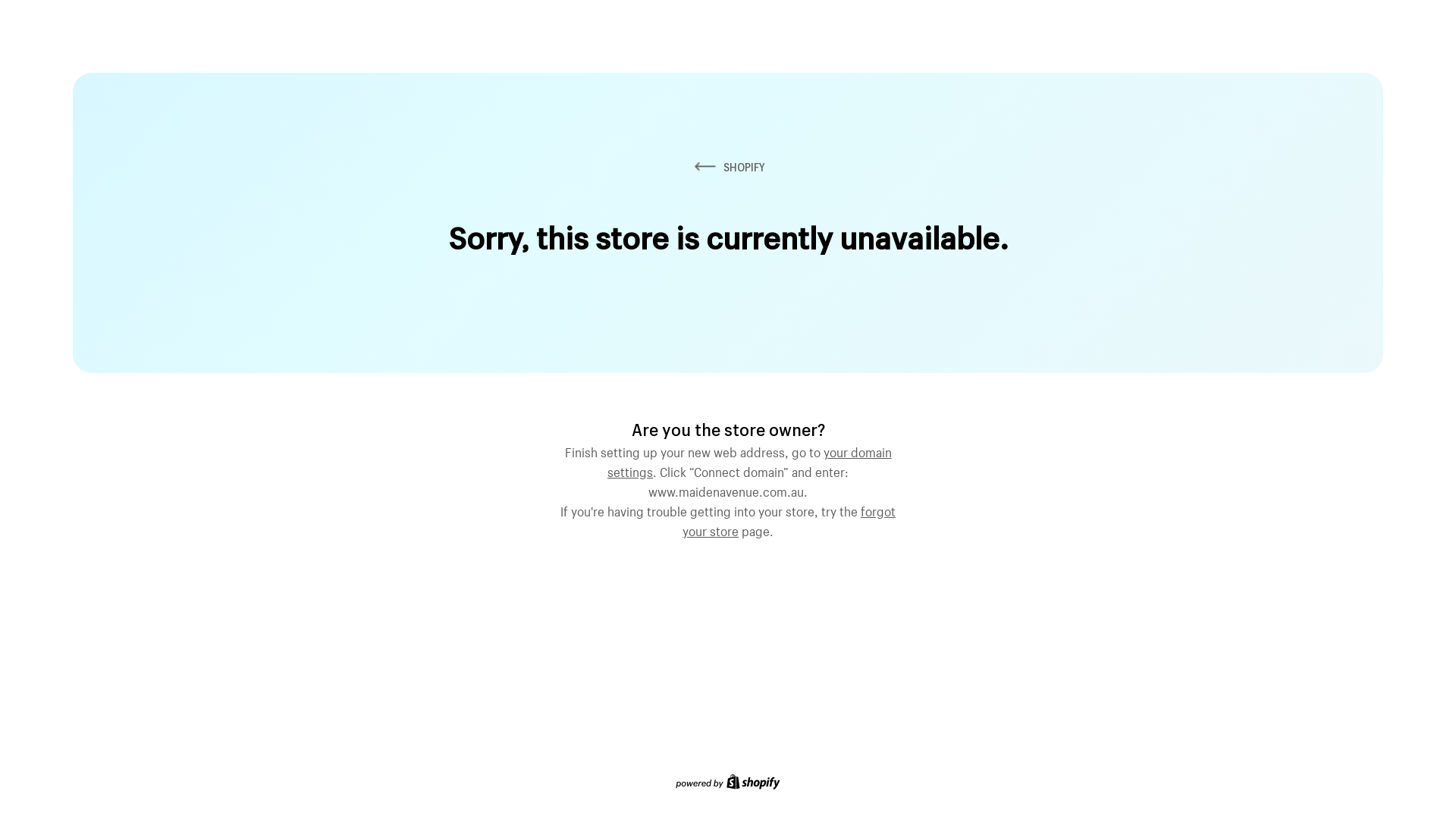 The image size is (1456, 819). What do you see at coordinates (728, 167) in the screenshot?
I see `'SHOPIFY'` at bounding box center [728, 167].